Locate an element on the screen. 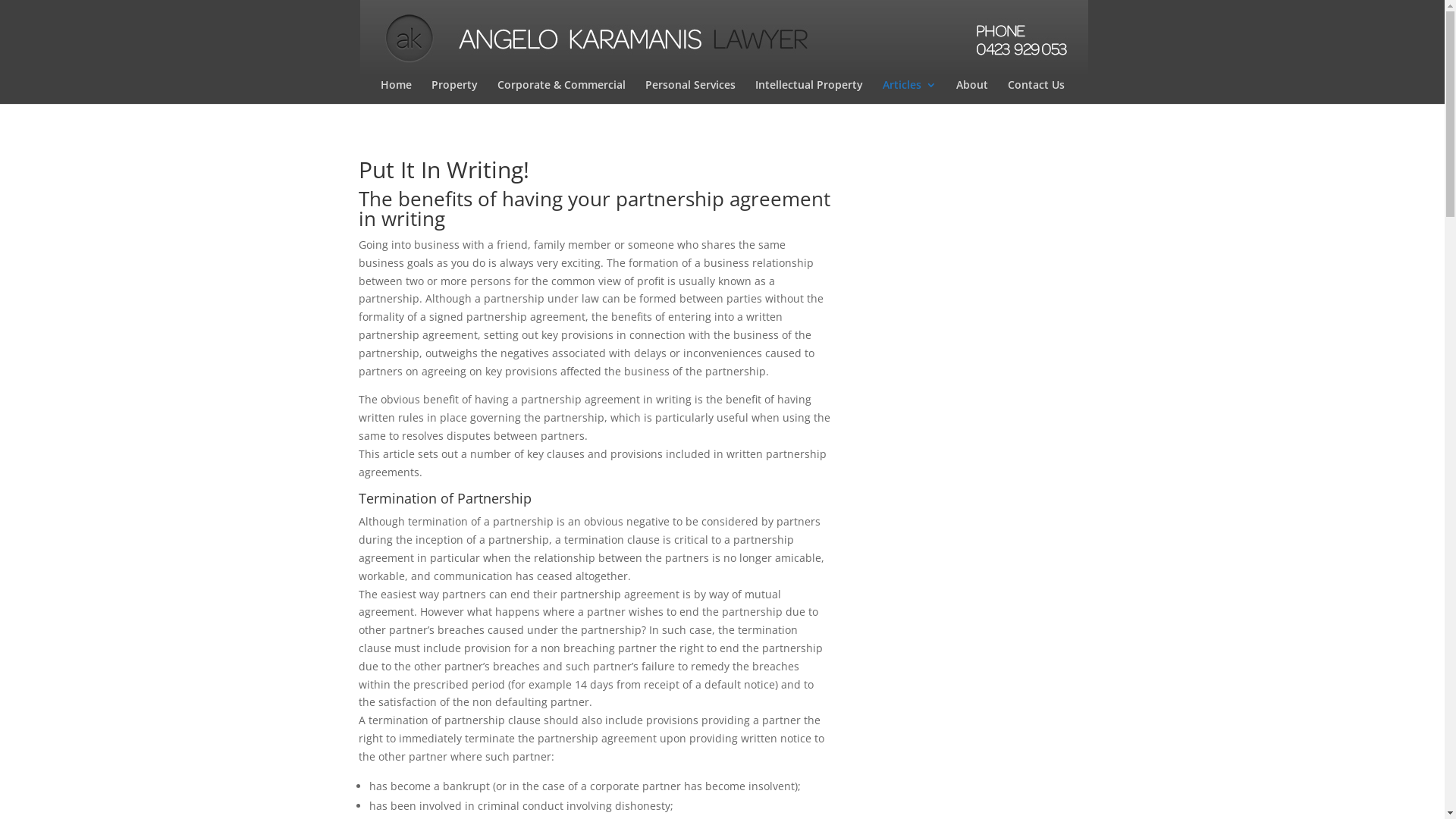 This screenshot has width=1456, height=819. 'Home' is located at coordinates (396, 91).